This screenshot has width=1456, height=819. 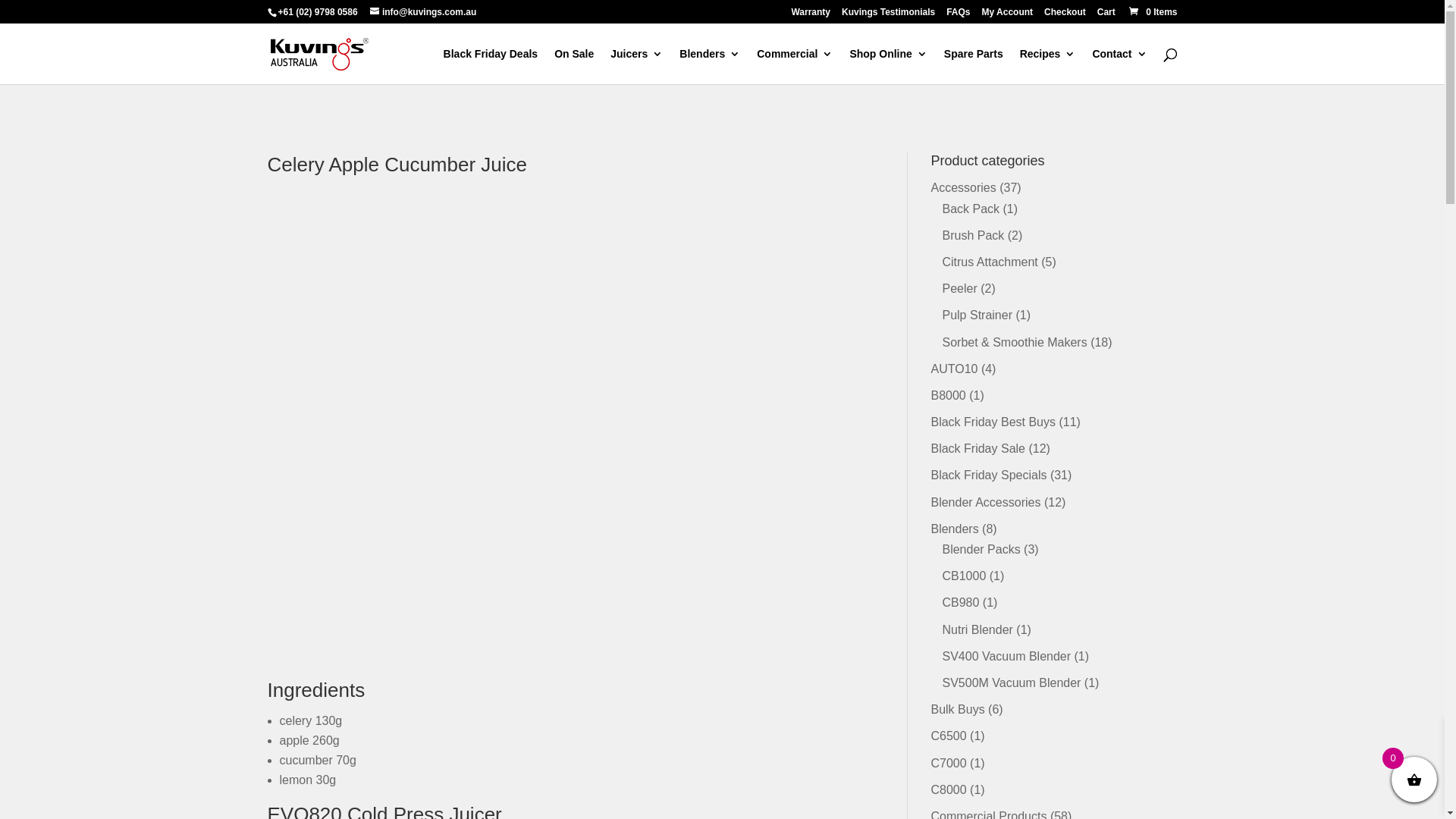 I want to click on 'Bulk Buys', so click(x=930, y=709).